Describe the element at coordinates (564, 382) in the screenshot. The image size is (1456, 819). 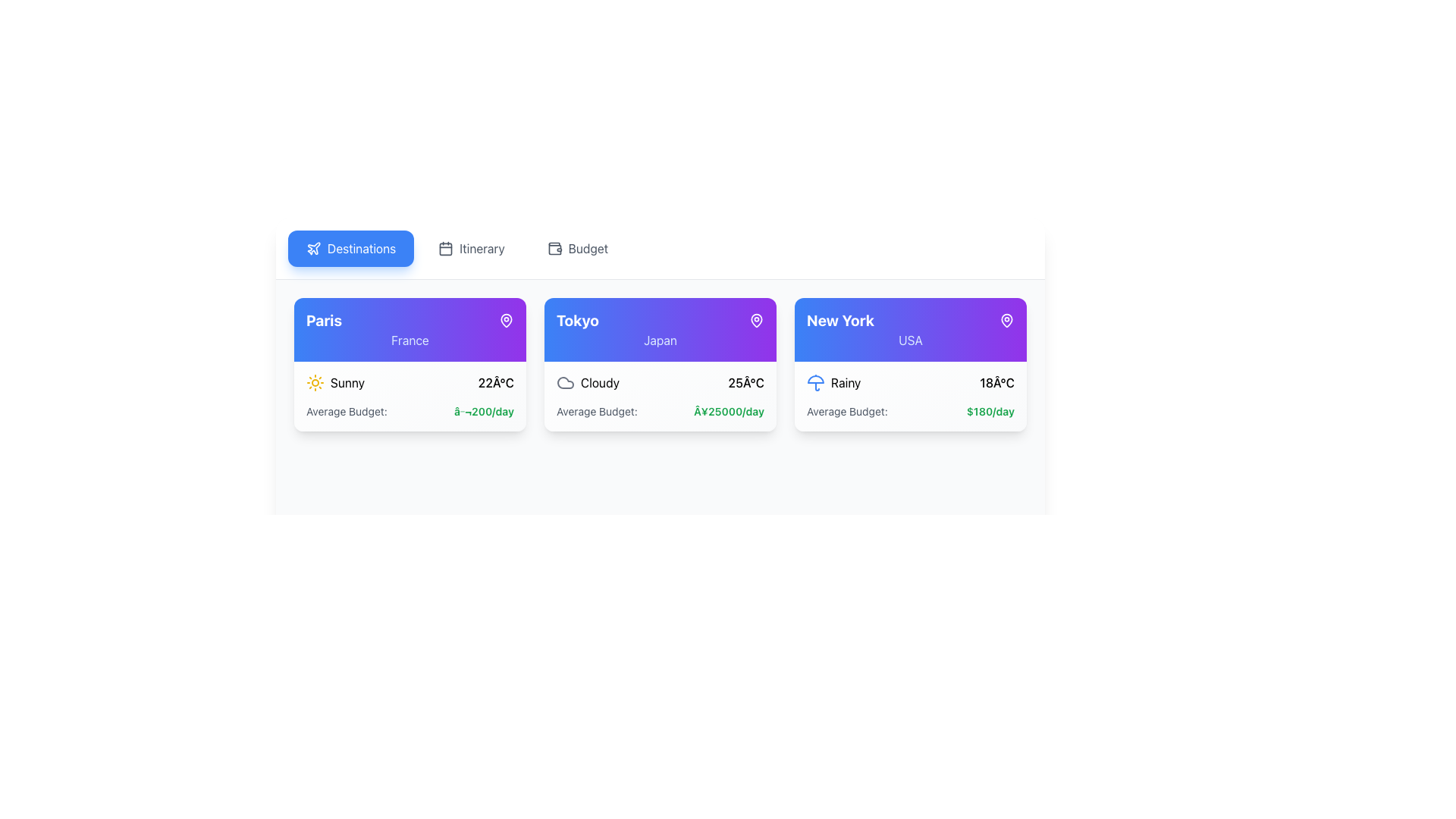
I see `the weather condition icon representing cloudy weather located in the Tokyo card, positioned to the left of the text 'Cloudy'` at that location.